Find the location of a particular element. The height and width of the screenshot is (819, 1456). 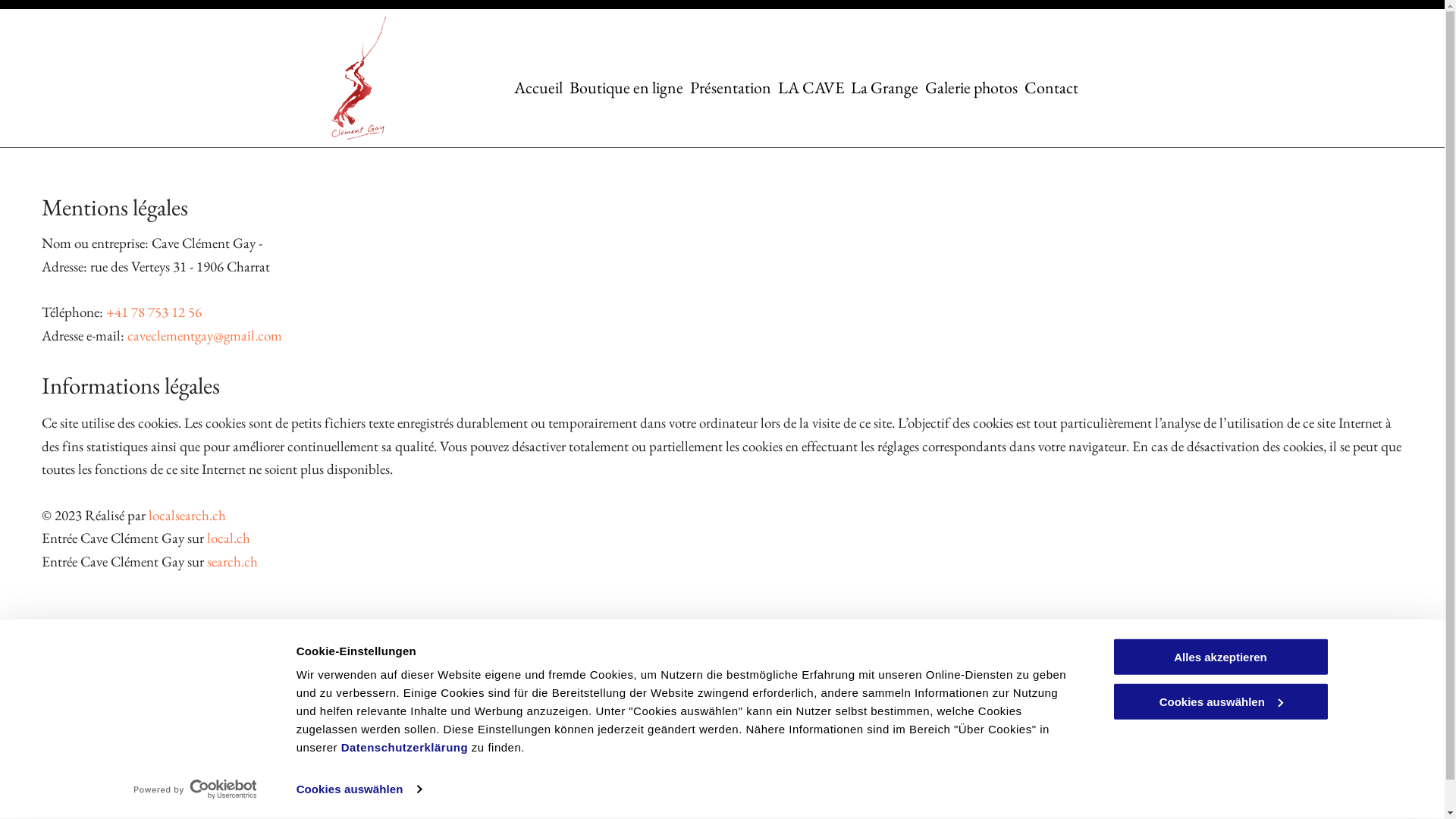

'+41 78 753 12 56' is located at coordinates (552, 686).